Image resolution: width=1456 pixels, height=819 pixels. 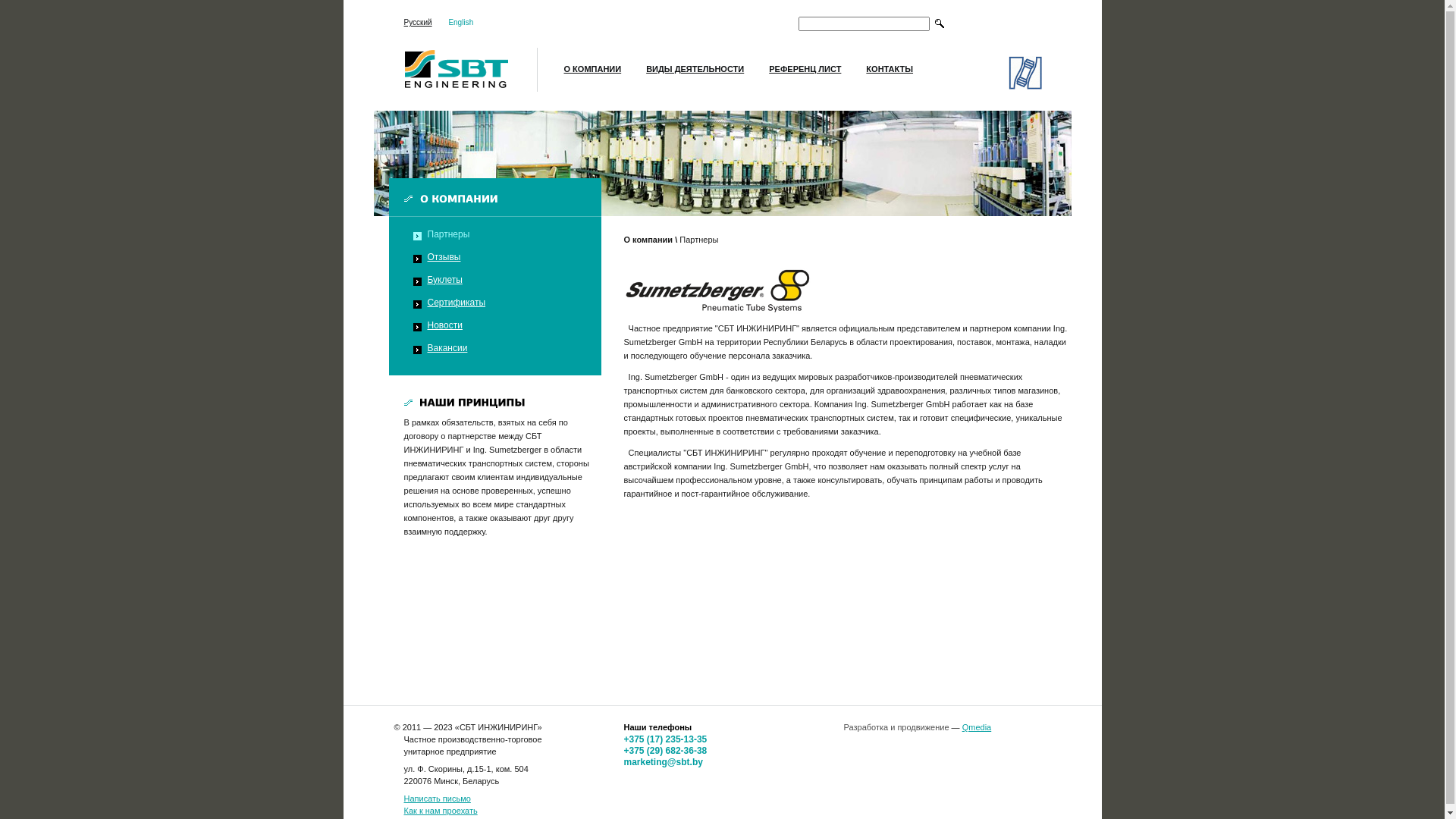 I want to click on 'Qmedia', so click(x=977, y=726).